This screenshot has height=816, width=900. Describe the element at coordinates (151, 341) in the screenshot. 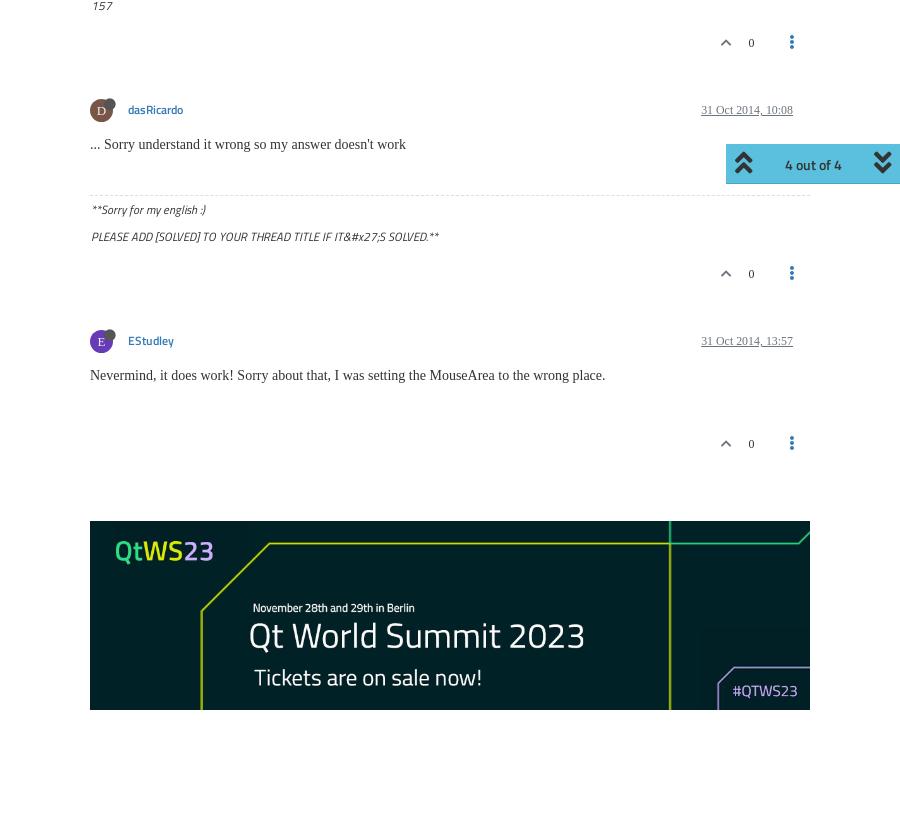

I see `'EStudley'` at that location.